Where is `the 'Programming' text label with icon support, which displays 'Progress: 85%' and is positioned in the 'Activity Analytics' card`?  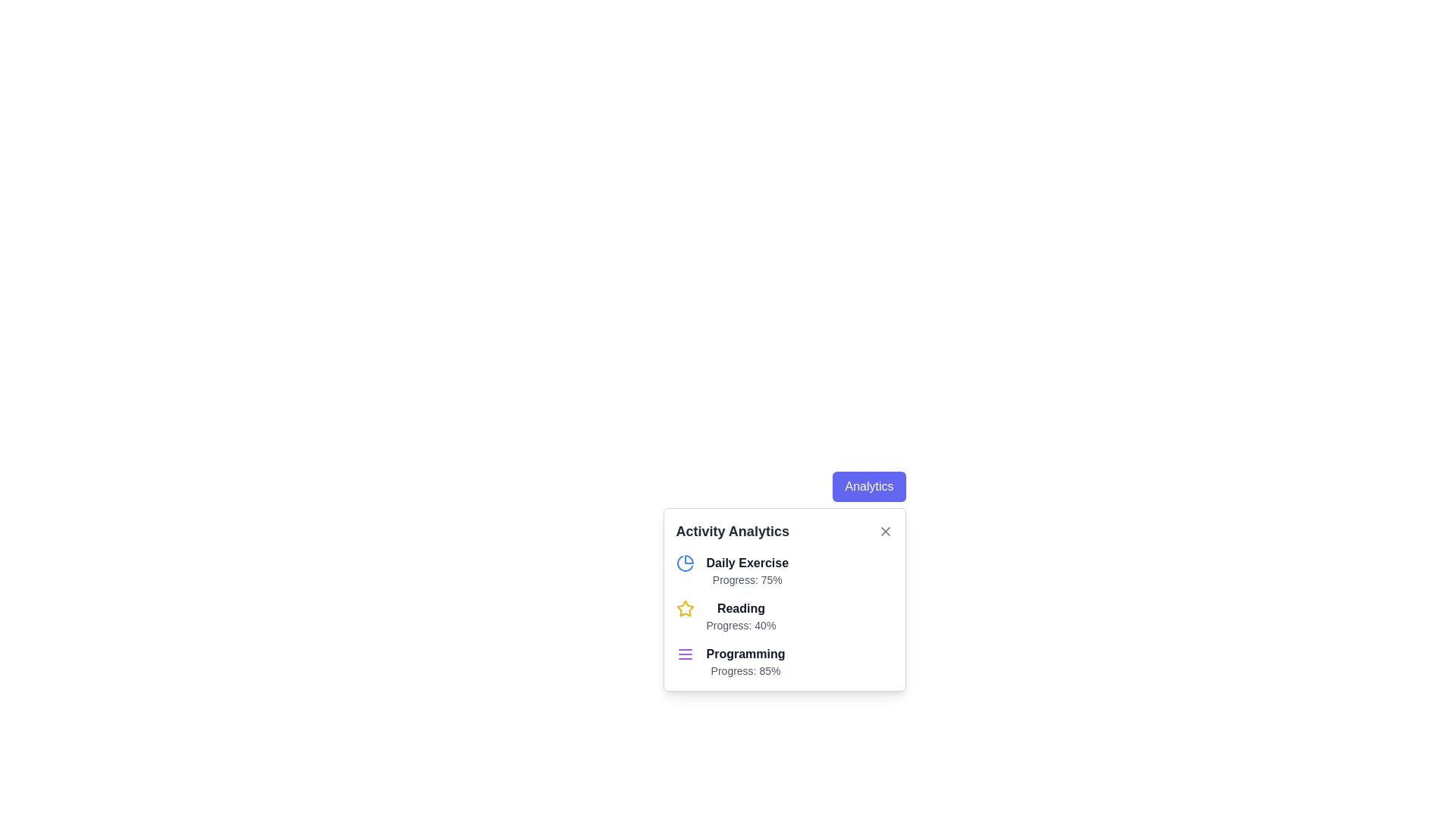
the 'Programming' text label with icon support, which displays 'Progress: 85%' and is positioned in the 'Activity Analytics' card is located at coordinates (784, 661).